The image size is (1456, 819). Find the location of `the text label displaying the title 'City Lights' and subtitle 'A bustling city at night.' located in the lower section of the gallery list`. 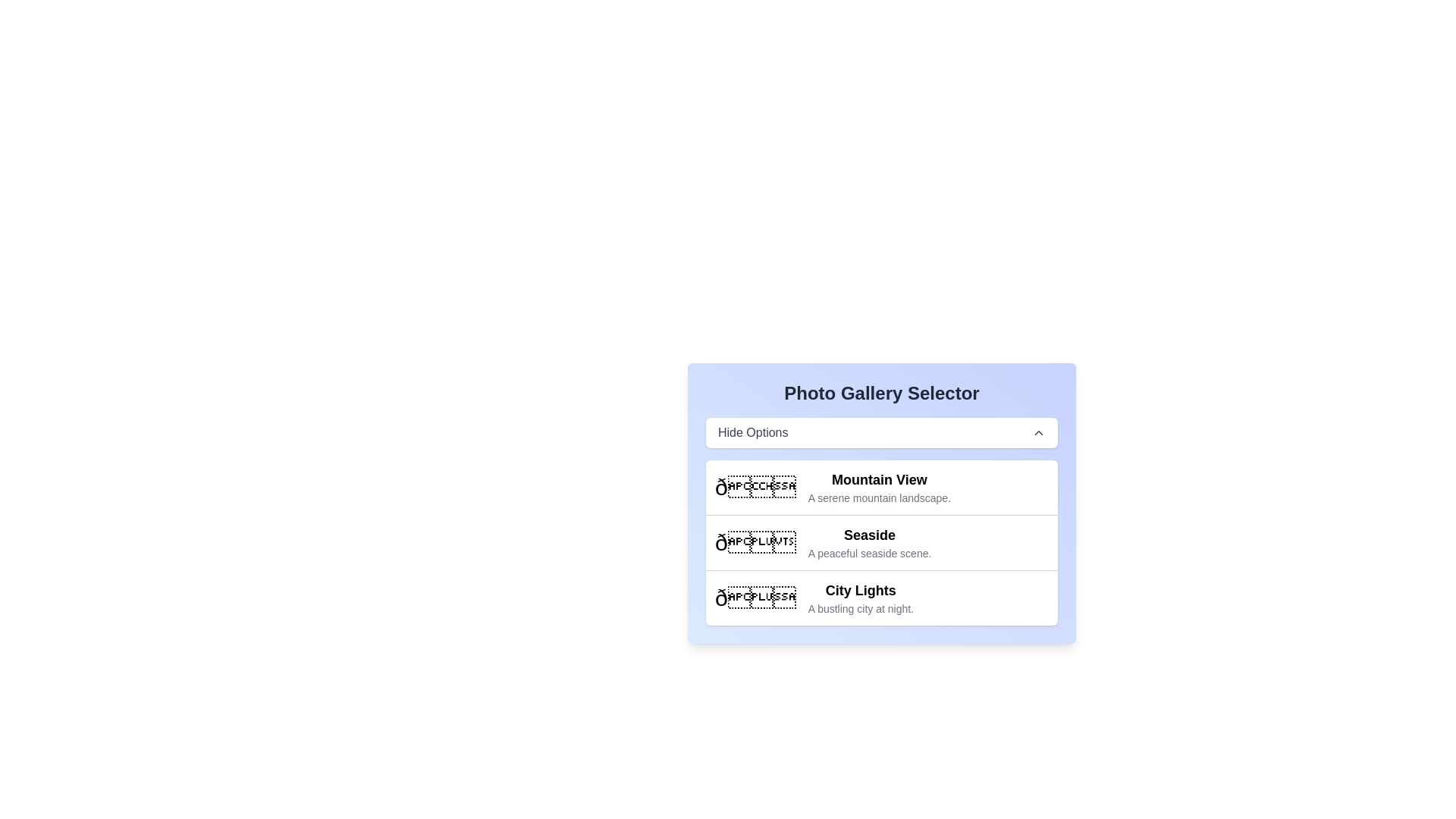

the text label displaying the title 'City Lights' and subtitle 'A bustling city at night.' located in the lower section of the gallery list is located at coordinates (861, 598).